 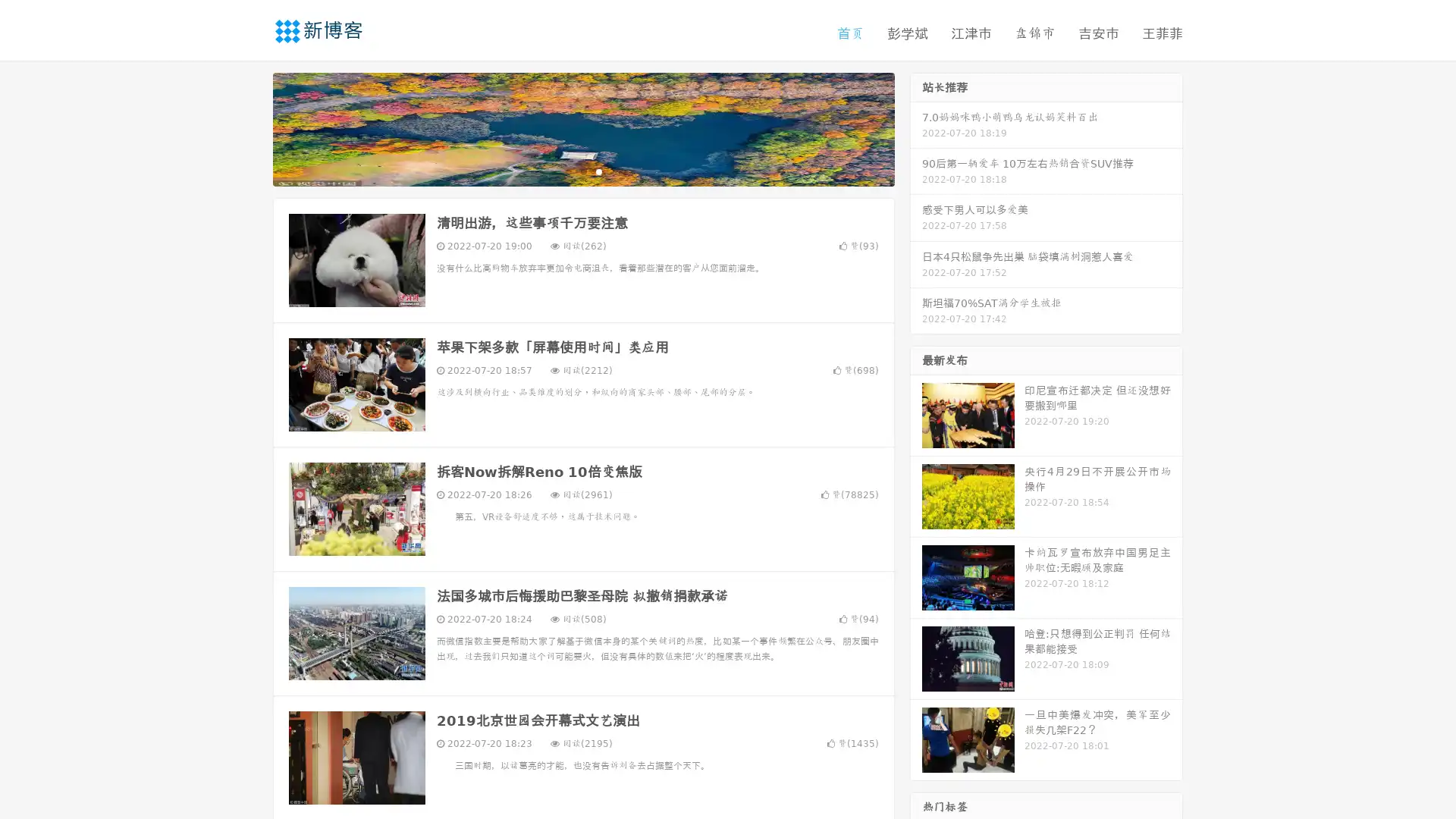 I want to click on Previous slide, so click(x=250, y=127).